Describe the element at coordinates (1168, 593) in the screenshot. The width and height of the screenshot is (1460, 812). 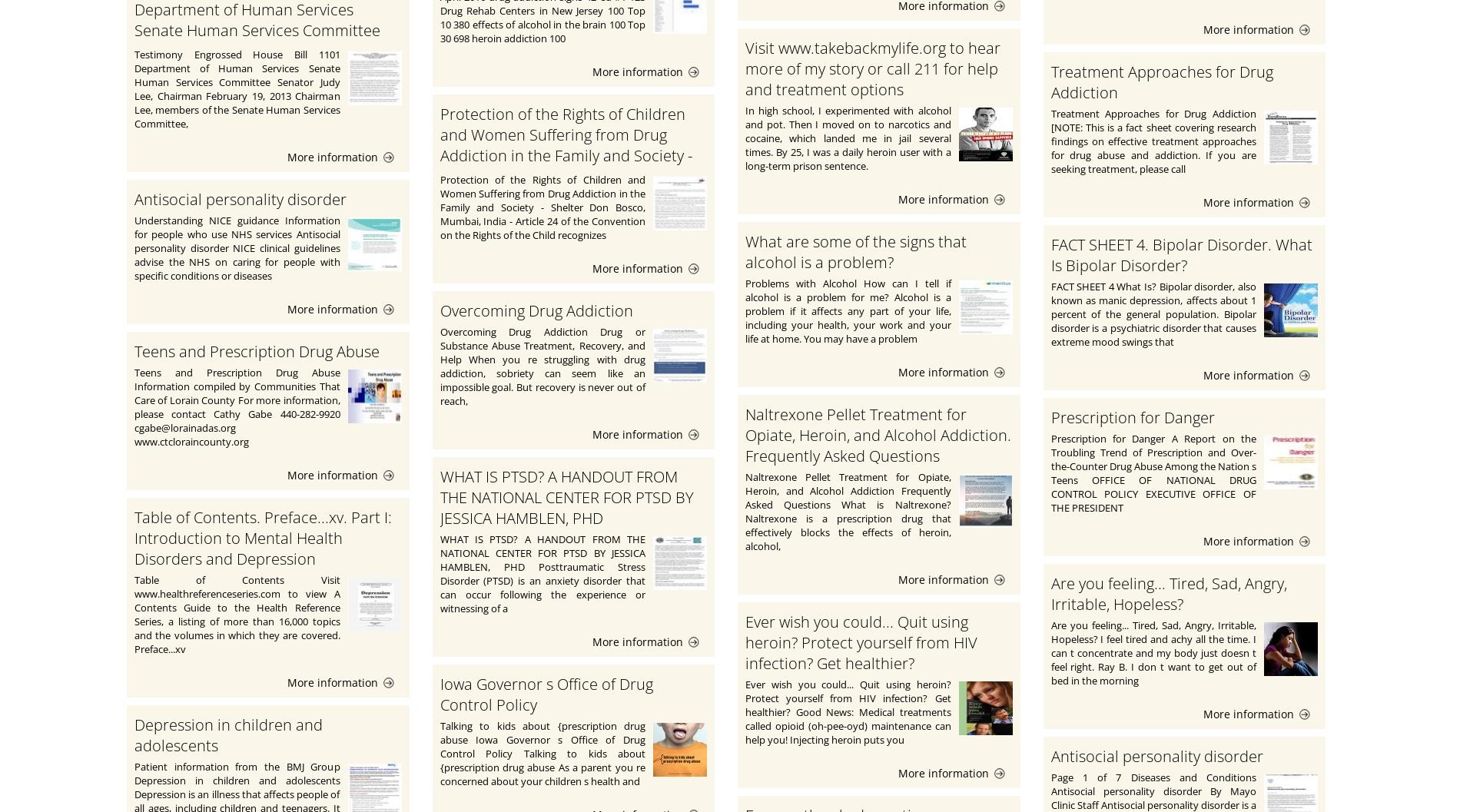
I see `'Are you feeling... Tired, Sad, Angry, Irritable, Hopeless?'` at that location.